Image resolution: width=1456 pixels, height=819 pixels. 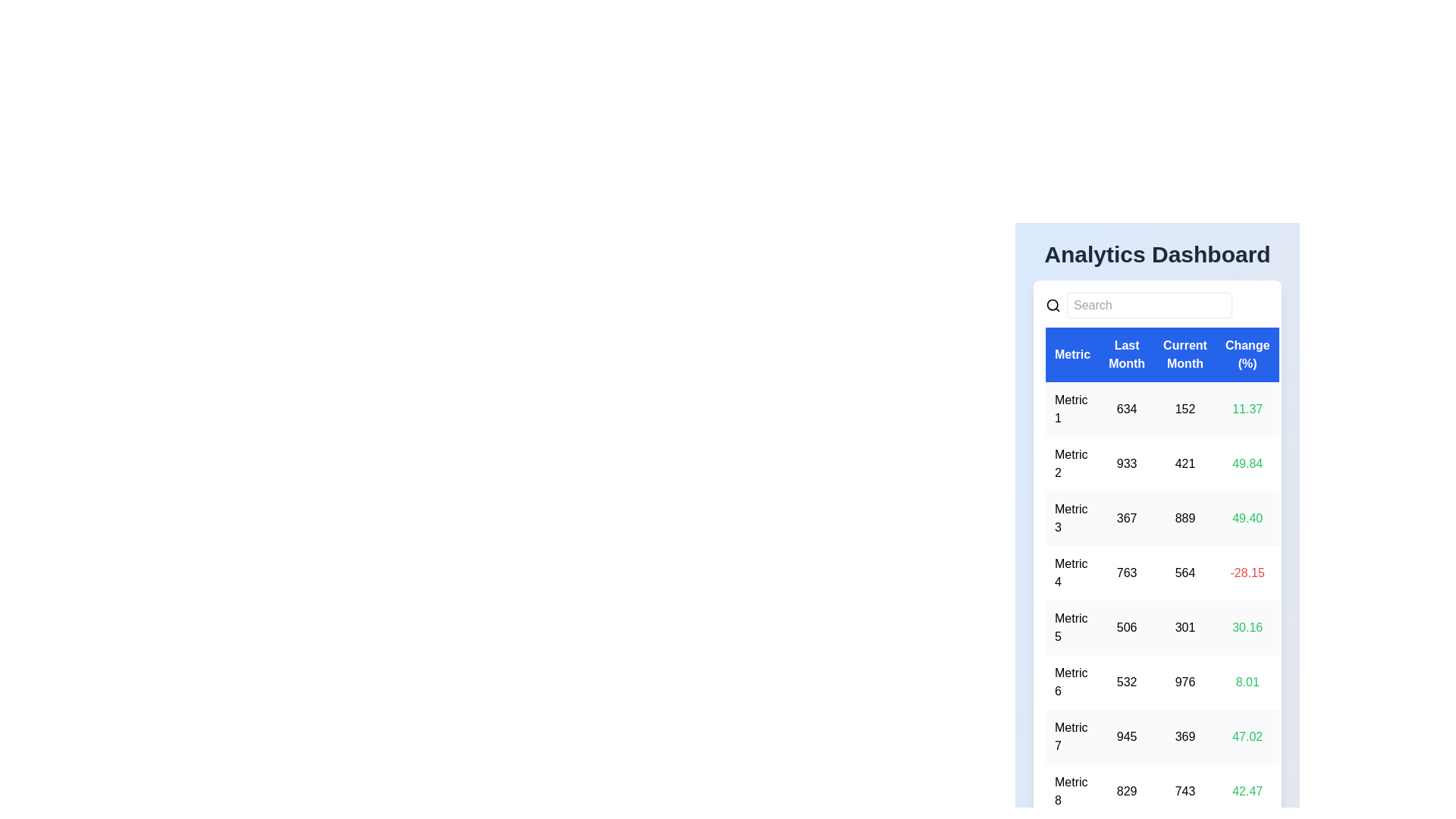 What do you see at coordinates (1247, 354) in the screenshot?
I see `the table header labeled 'Change (%)' to sort the data by that column` at bounding box center [1247, 354].